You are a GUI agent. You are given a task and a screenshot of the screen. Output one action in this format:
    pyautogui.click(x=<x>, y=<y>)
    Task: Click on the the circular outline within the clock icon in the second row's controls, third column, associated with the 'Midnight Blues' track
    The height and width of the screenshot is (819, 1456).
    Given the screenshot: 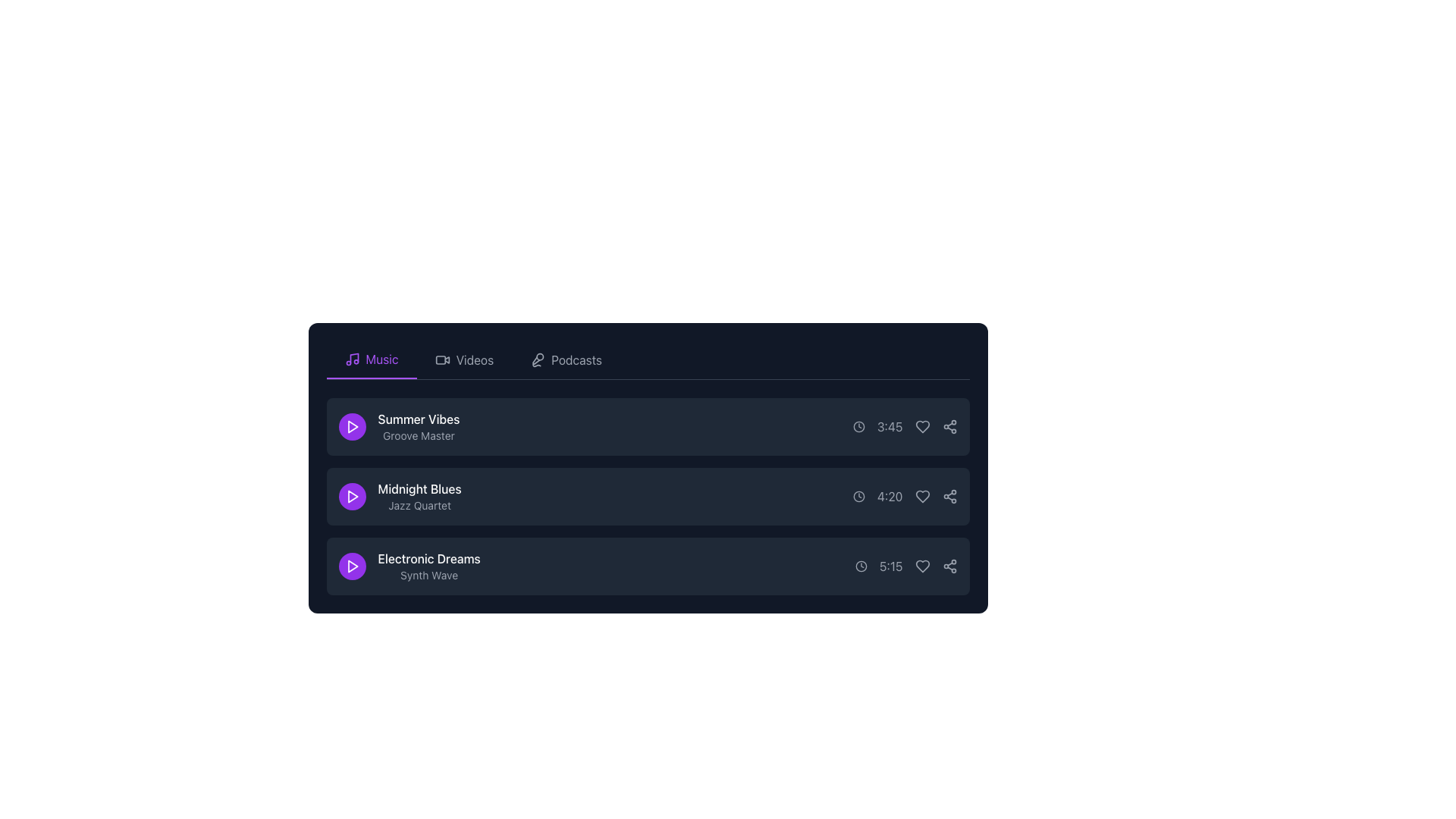 What is the action you would take?
    pyautogui.click(x=858, y=497)
    